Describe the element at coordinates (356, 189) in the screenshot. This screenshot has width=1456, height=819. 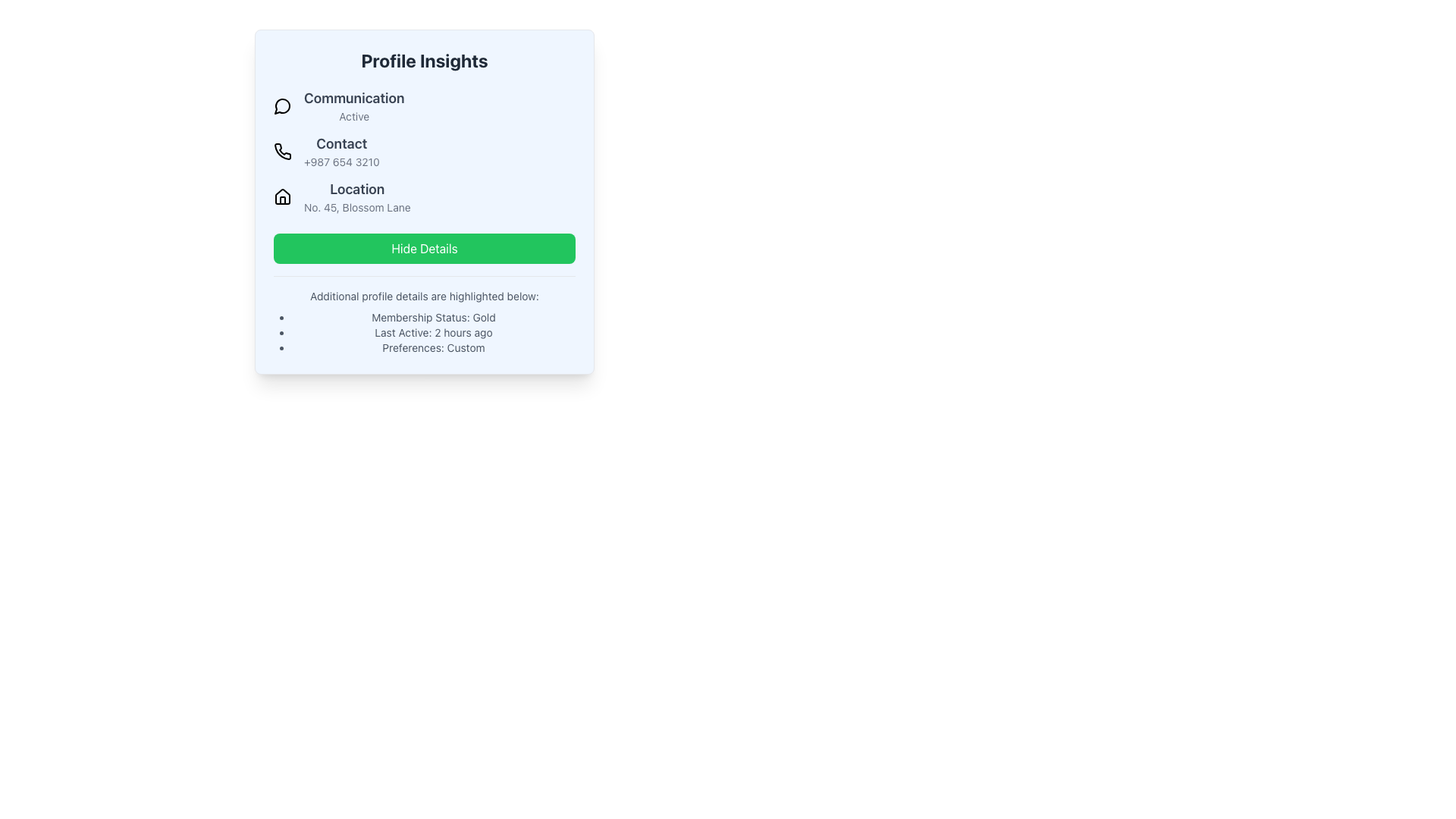
I see `the 'Location' text label, which serves as a header for the address details displayed below it, located in the card layout` at that location.